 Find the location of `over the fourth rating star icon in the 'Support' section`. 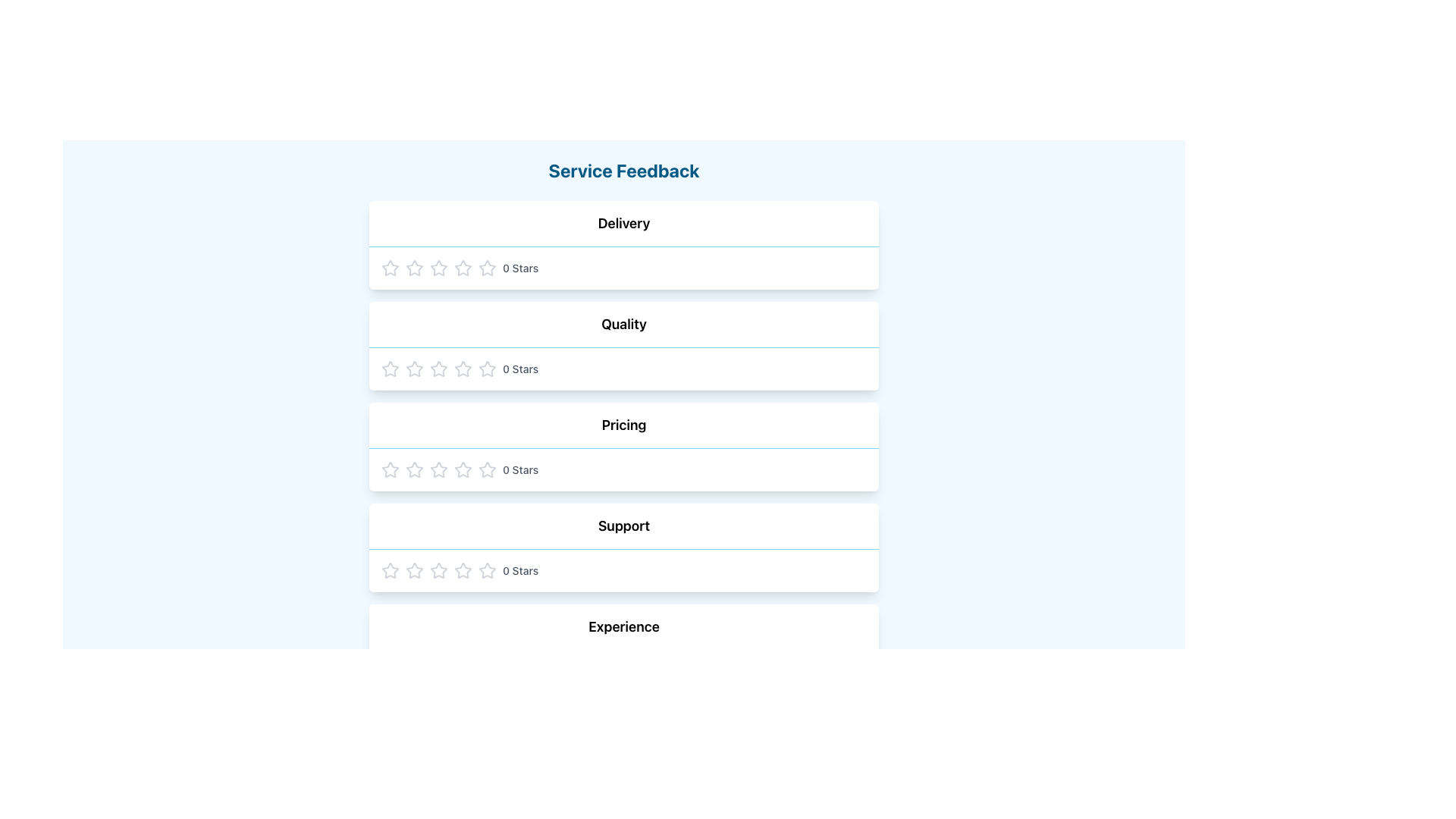

over the fourth rating star icon in the 'Support' section is located at coordinates (438, 570).